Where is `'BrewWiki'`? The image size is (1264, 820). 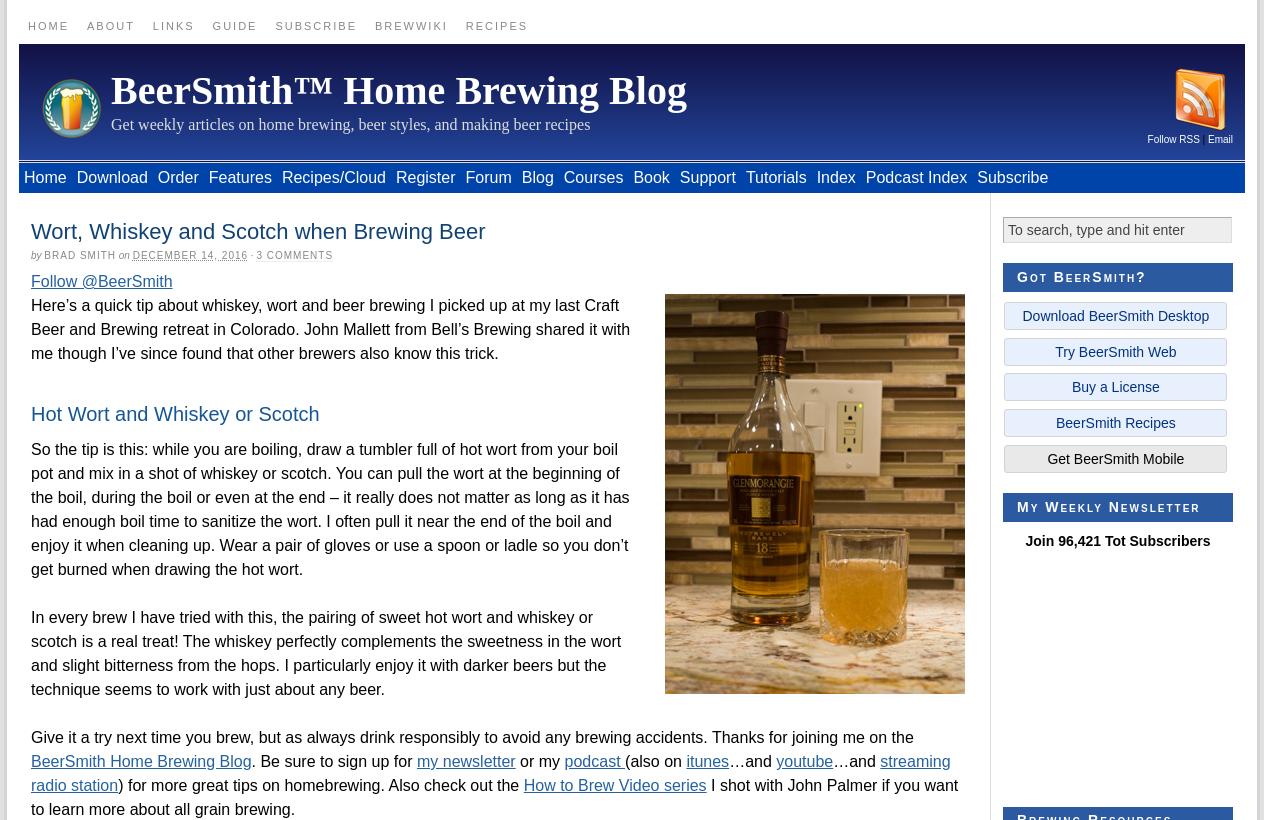
'BrewWiki' is located at coordinates (409, 24).